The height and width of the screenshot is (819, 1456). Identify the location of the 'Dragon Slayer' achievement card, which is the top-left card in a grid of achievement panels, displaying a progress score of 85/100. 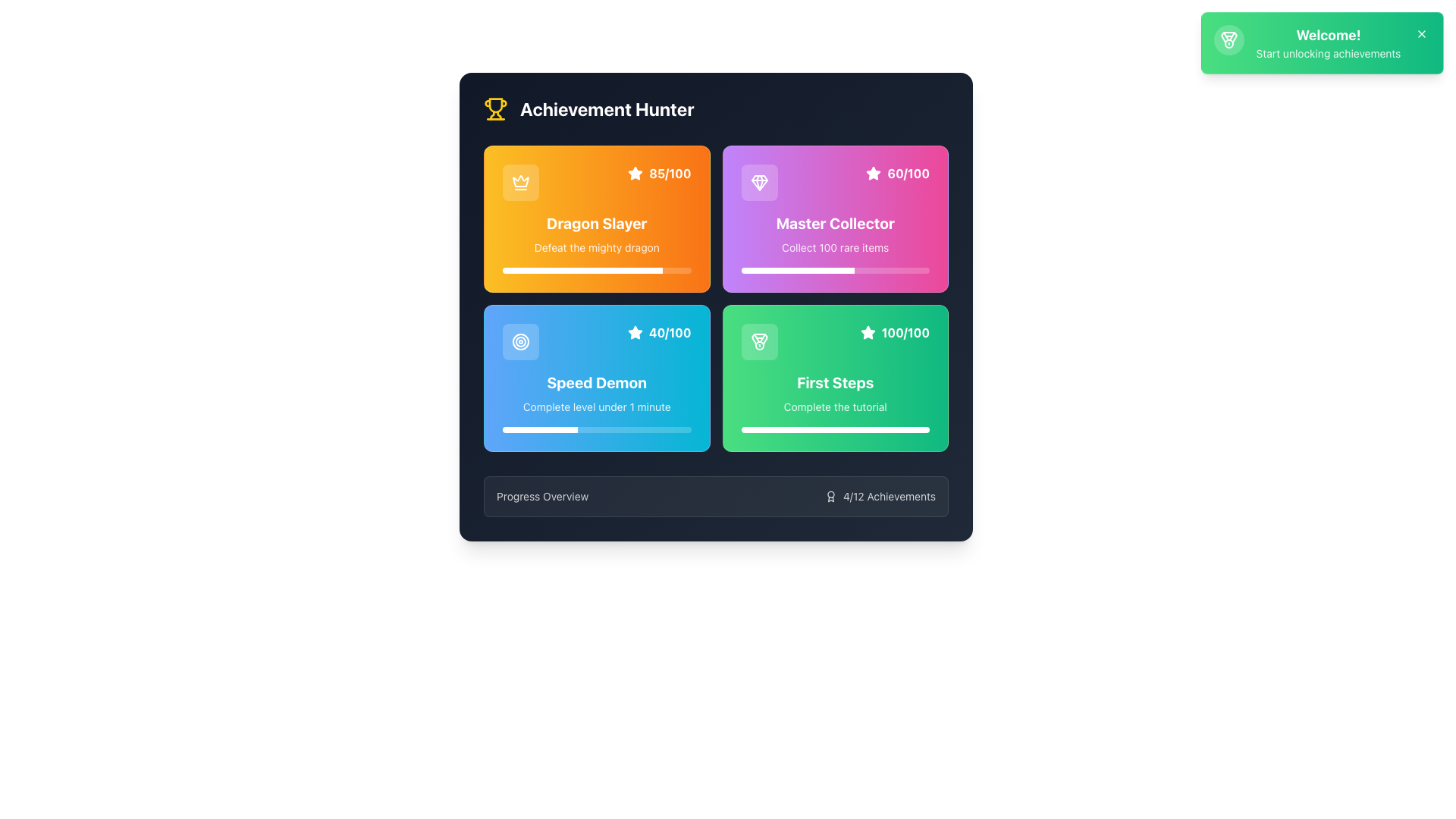
(596, 219).